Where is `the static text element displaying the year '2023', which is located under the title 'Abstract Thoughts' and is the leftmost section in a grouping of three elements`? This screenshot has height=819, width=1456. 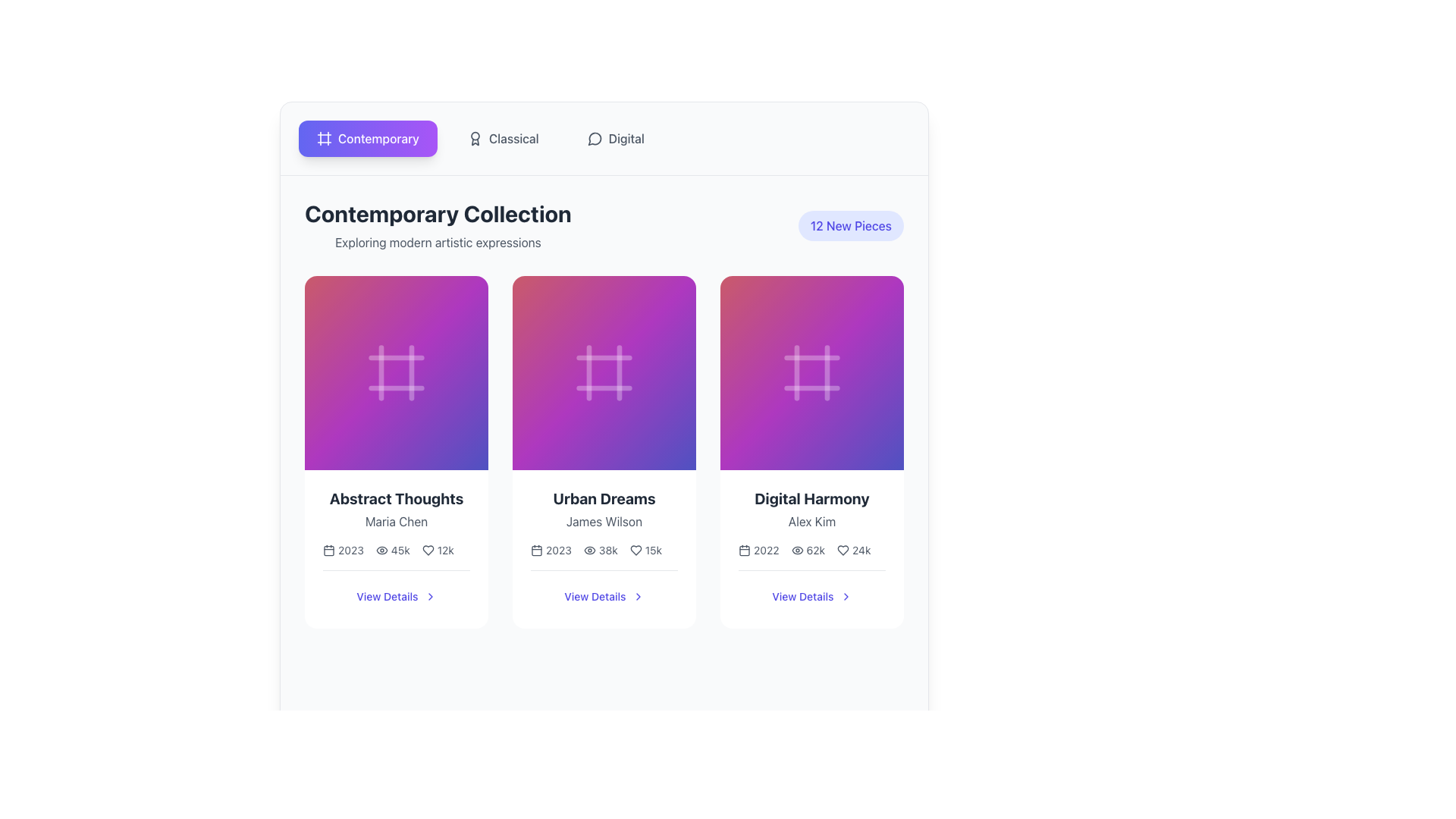 the static text element displaying the year '2023', which is located under the title 'Abstract Thoughts' and is the leftmost section in a grouping of three elements is located at coordinates (342, 550).